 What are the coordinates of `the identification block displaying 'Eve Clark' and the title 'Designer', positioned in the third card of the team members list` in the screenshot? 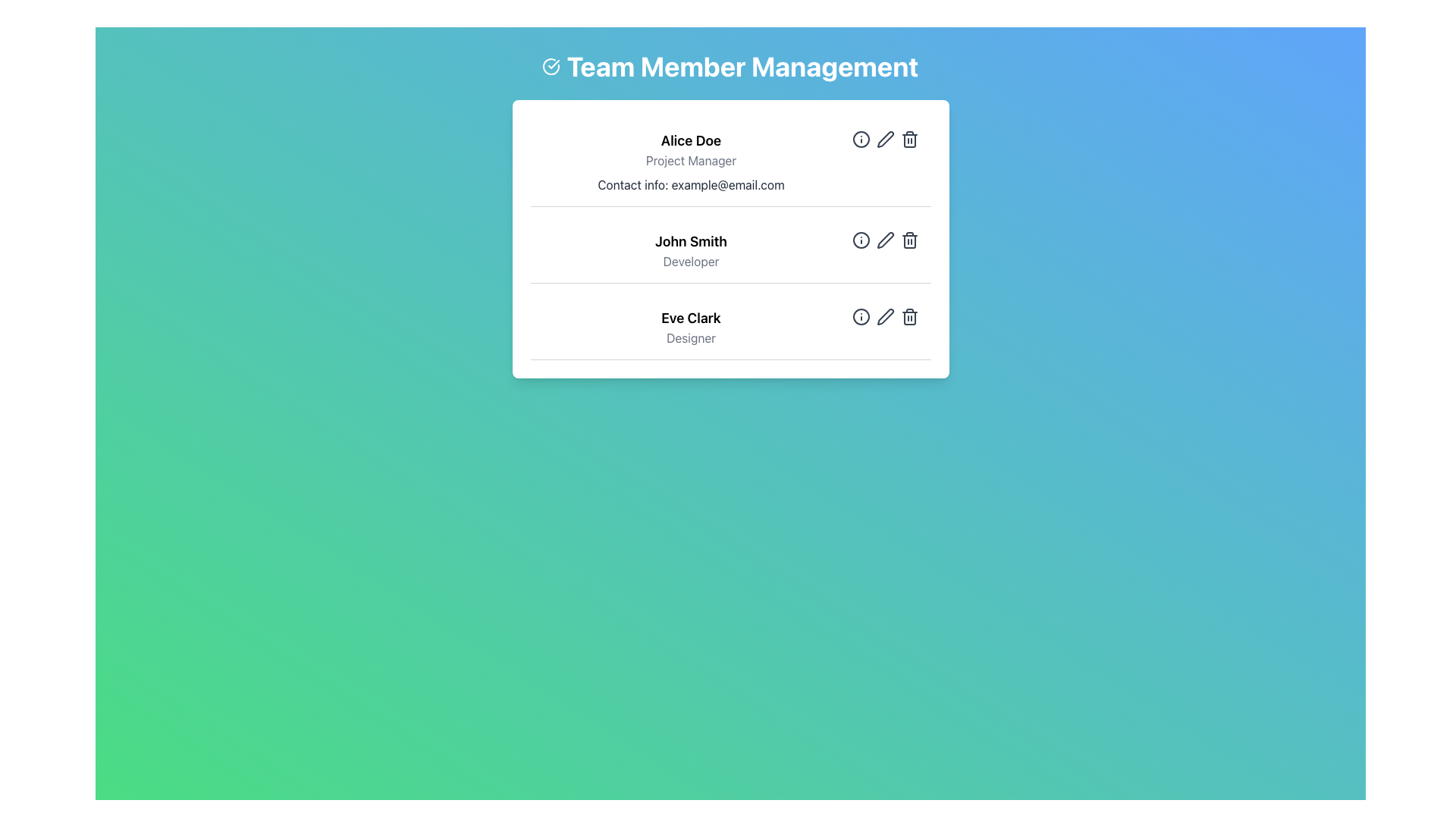 It's located at (690, 327).